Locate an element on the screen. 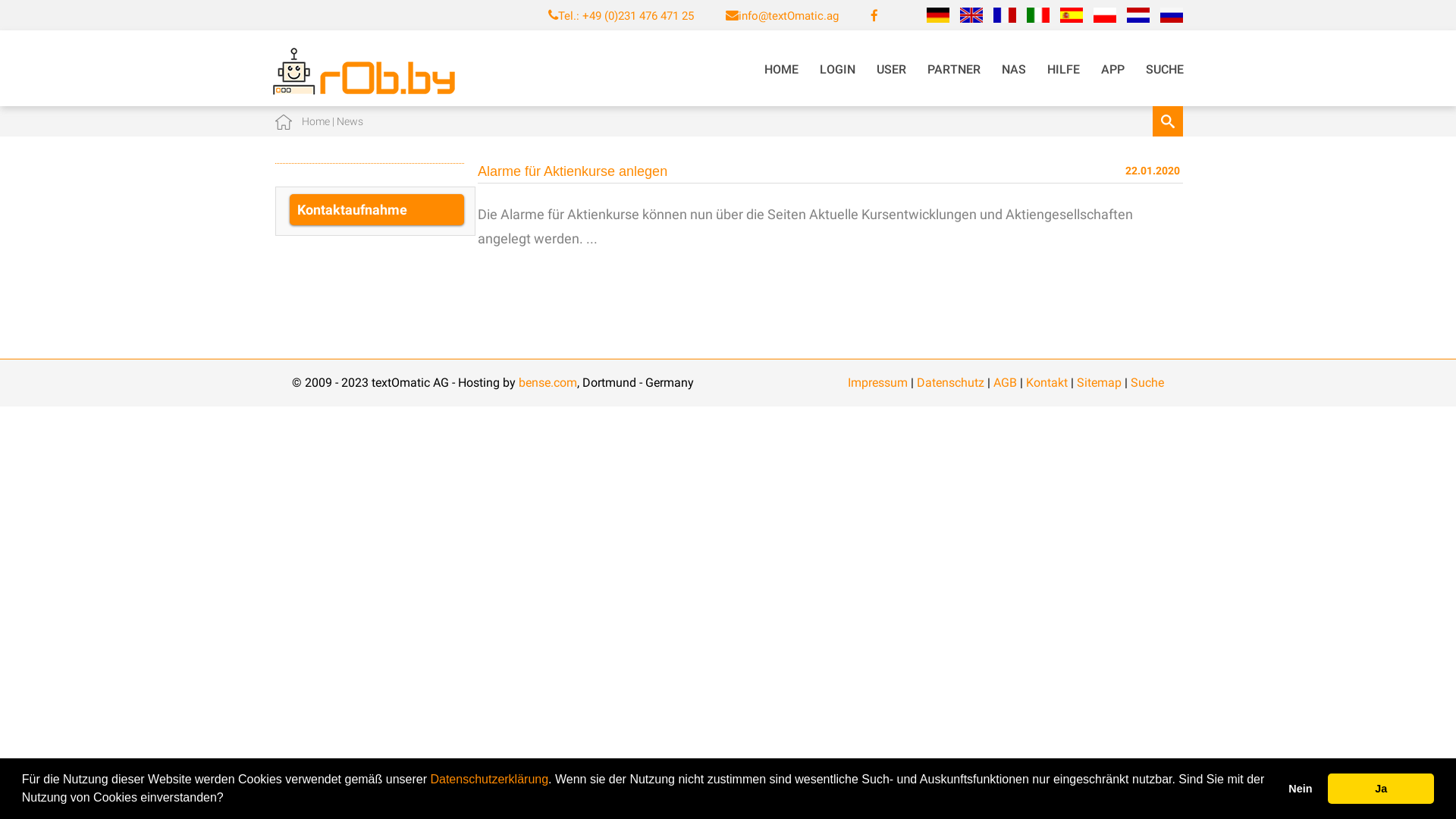 This screenshot has width=1456, height=819. '| News' is located at coordinates (345, 120).